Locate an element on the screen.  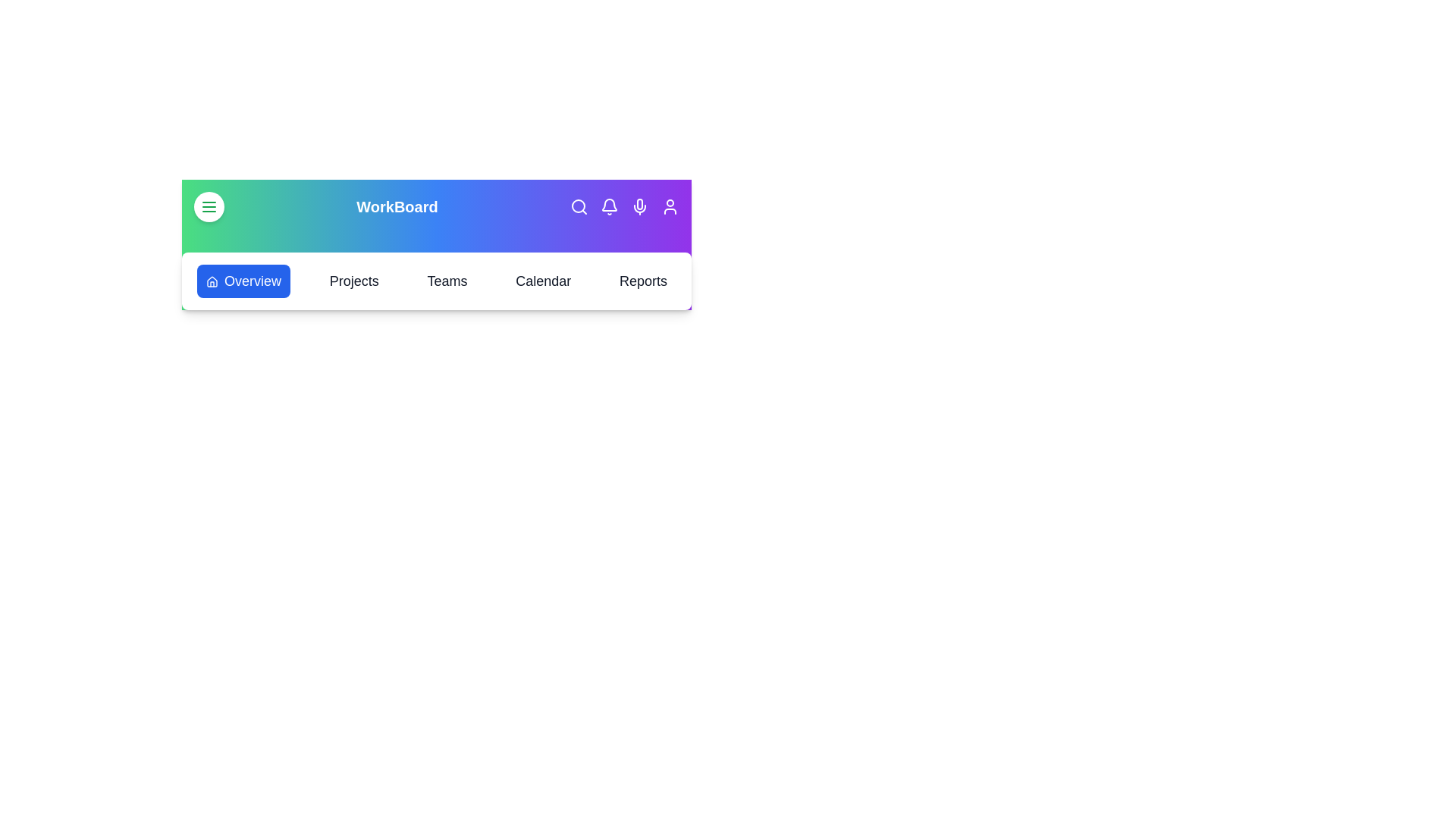
the Voice Input icon is located at coordinates (640, 207).